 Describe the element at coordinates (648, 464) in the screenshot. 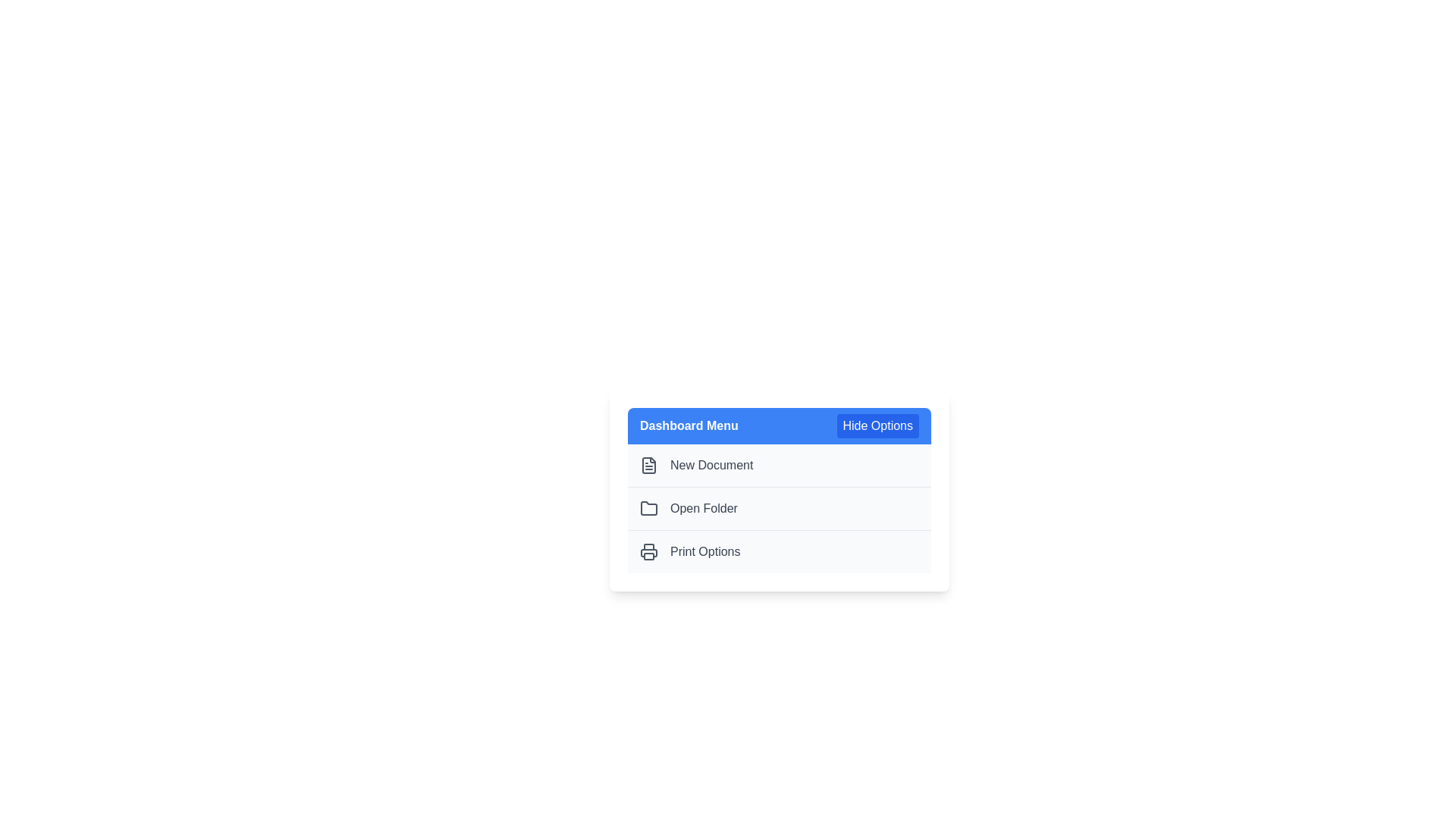

I see `the Decorative Icon located next to the 'New Document' menu option, which is the first icon in the list` at that location.